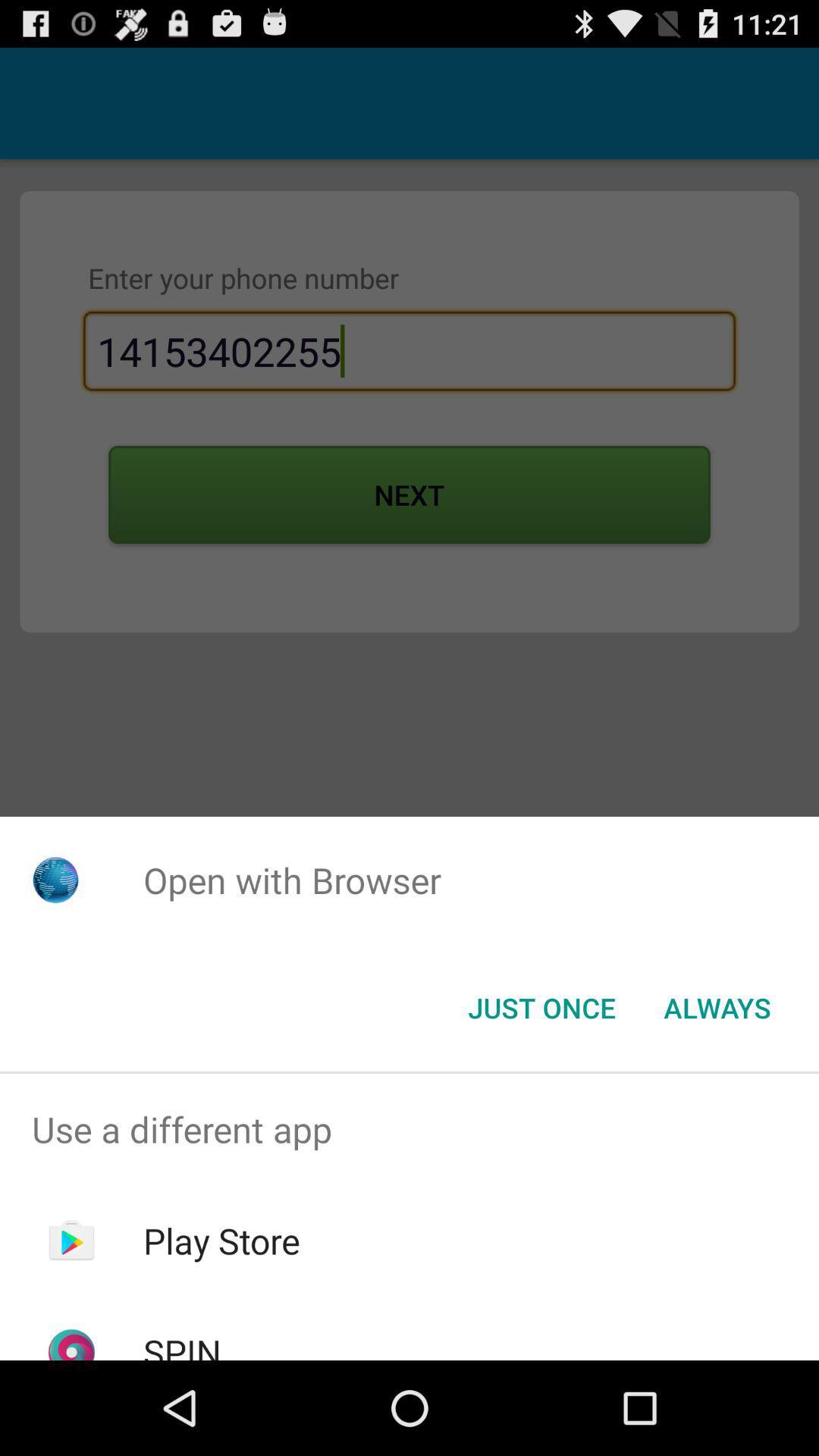  I want to click on just once, so click(541, 1008).